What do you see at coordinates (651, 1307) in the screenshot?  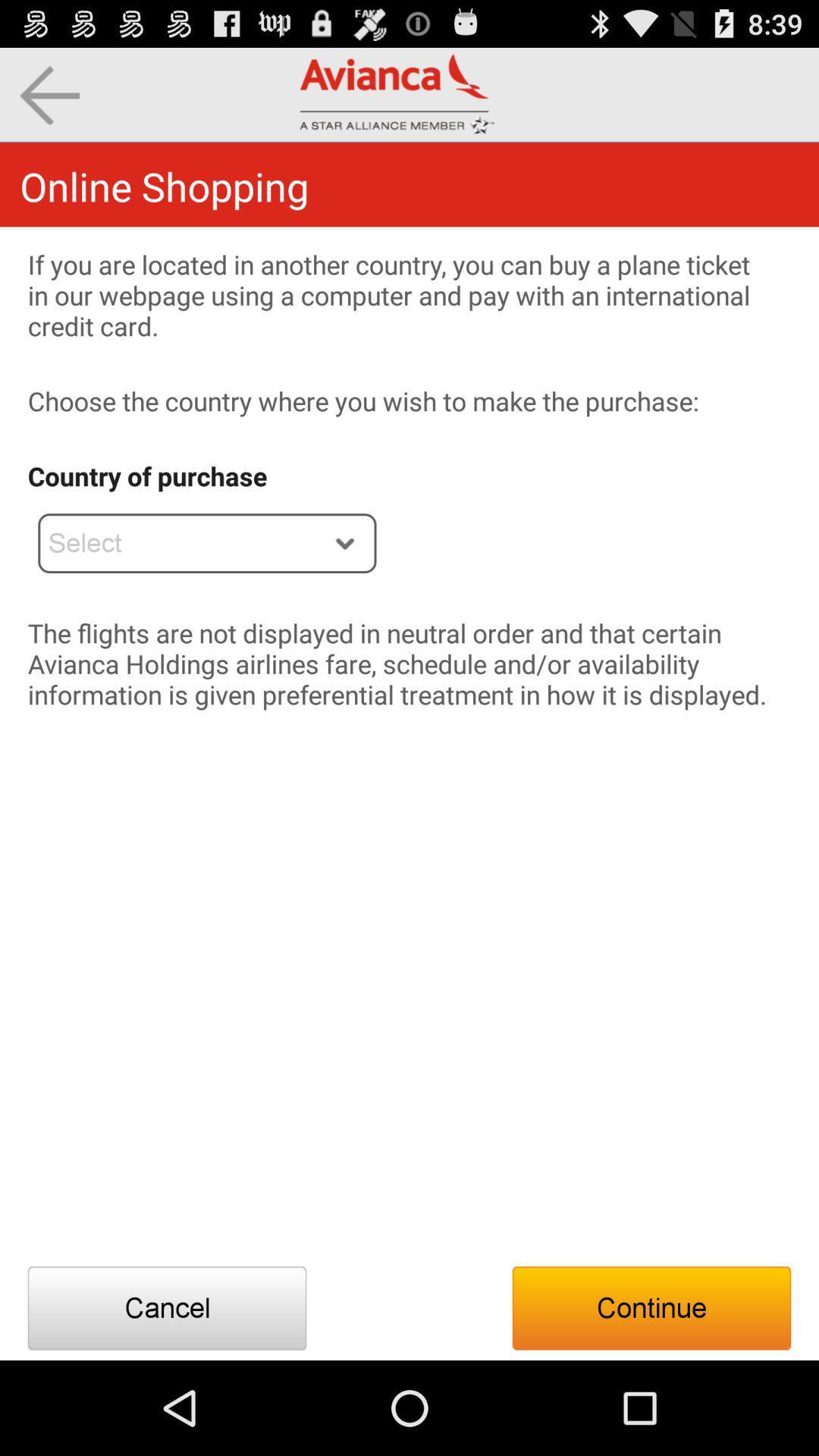 I see `button next to the cancel button` at bounding box center [651, 1307].